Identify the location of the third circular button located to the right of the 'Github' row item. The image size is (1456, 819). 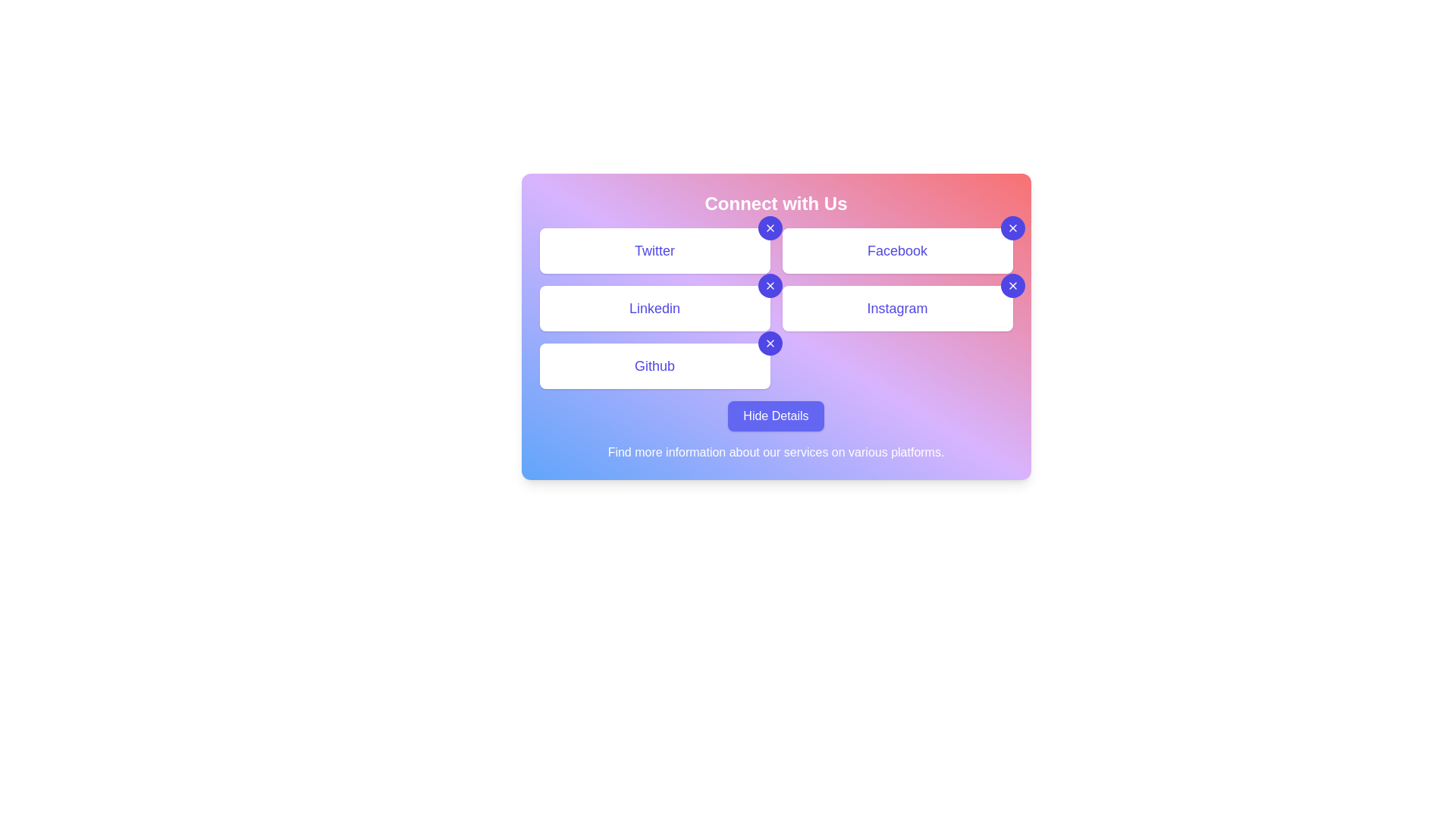
(770, 343).